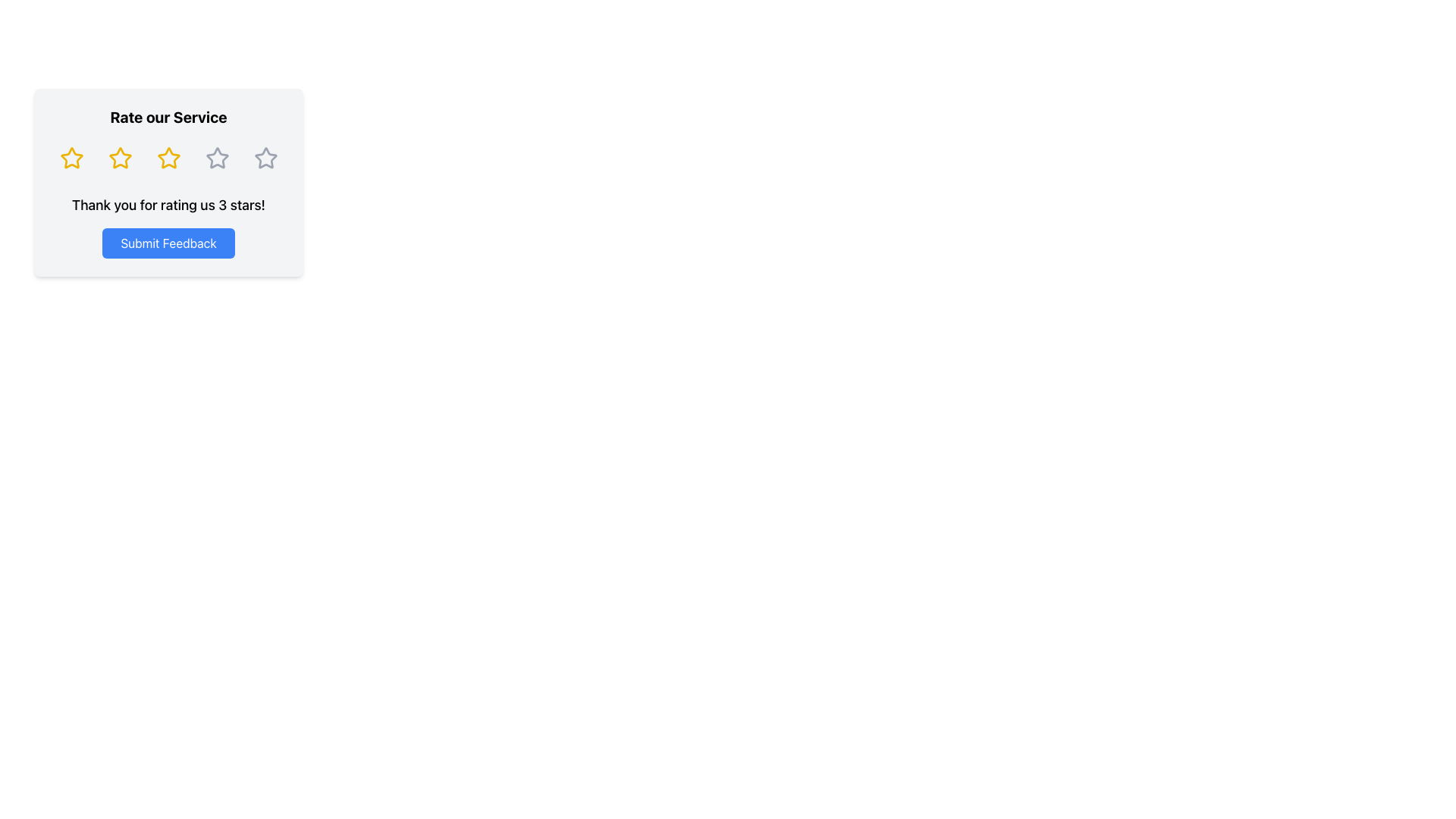 The height and width of the screenshot is (819, 1456). What do you see at coordinates (71, 158) in the screenshot?
I see `the first star icon in the rating row` at bounding box center [71, 158].